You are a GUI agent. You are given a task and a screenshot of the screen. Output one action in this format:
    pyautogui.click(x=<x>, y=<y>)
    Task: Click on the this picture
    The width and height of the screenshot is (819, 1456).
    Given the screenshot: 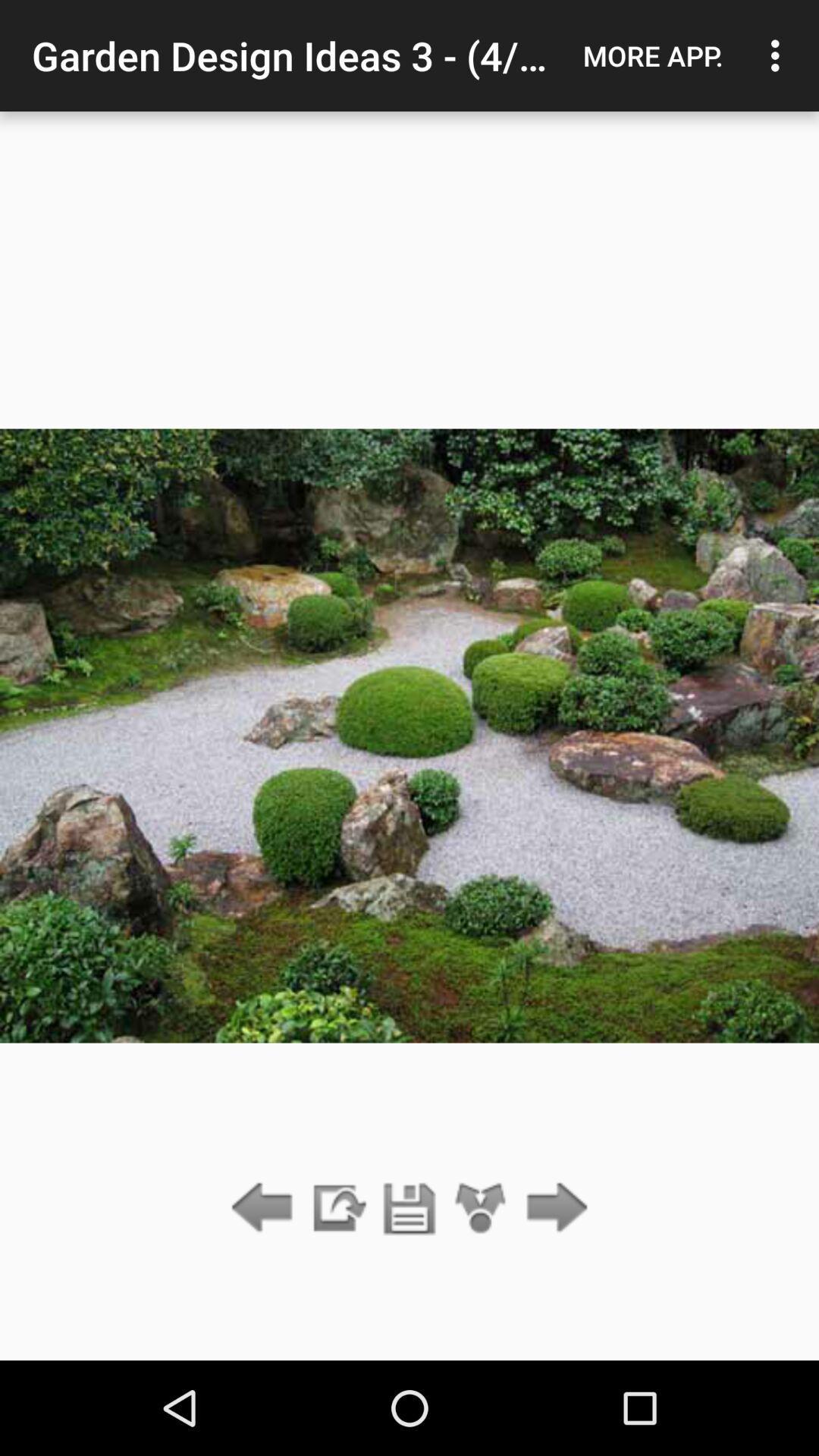 What is the action you would take?
    pyautogui.click(x=409, y=1208)
    